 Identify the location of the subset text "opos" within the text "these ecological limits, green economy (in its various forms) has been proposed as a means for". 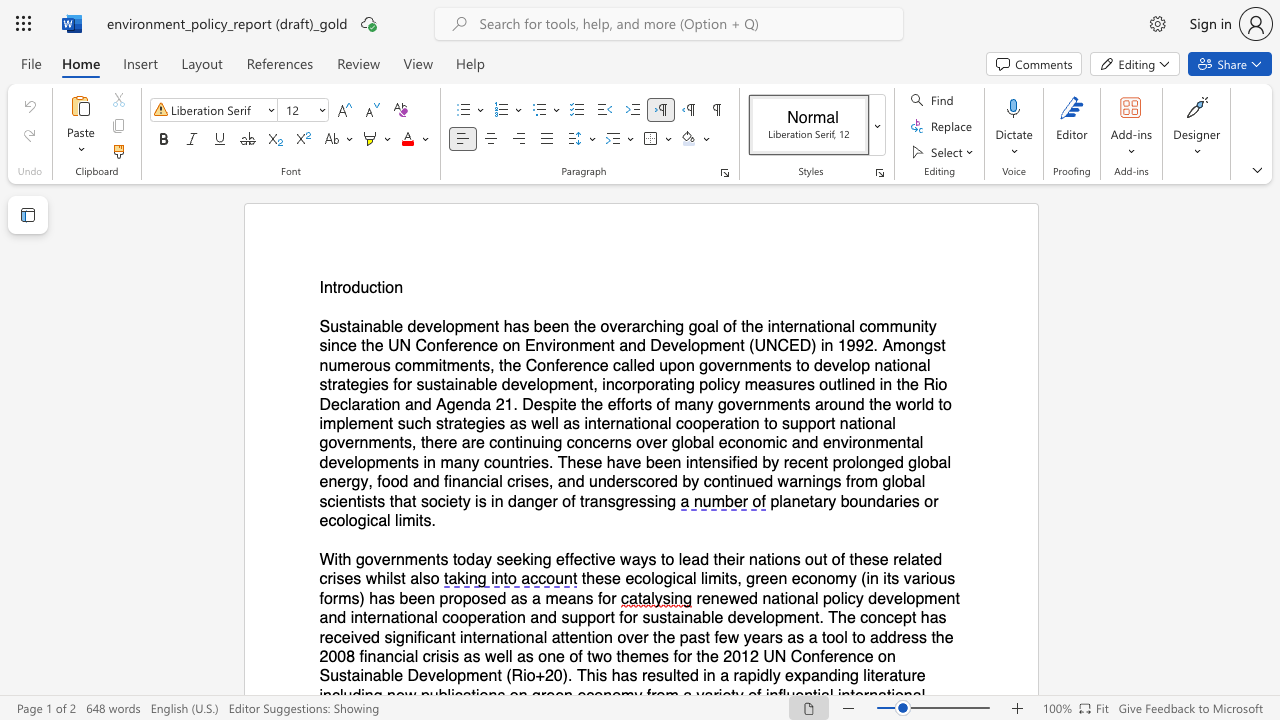
(452, 597).